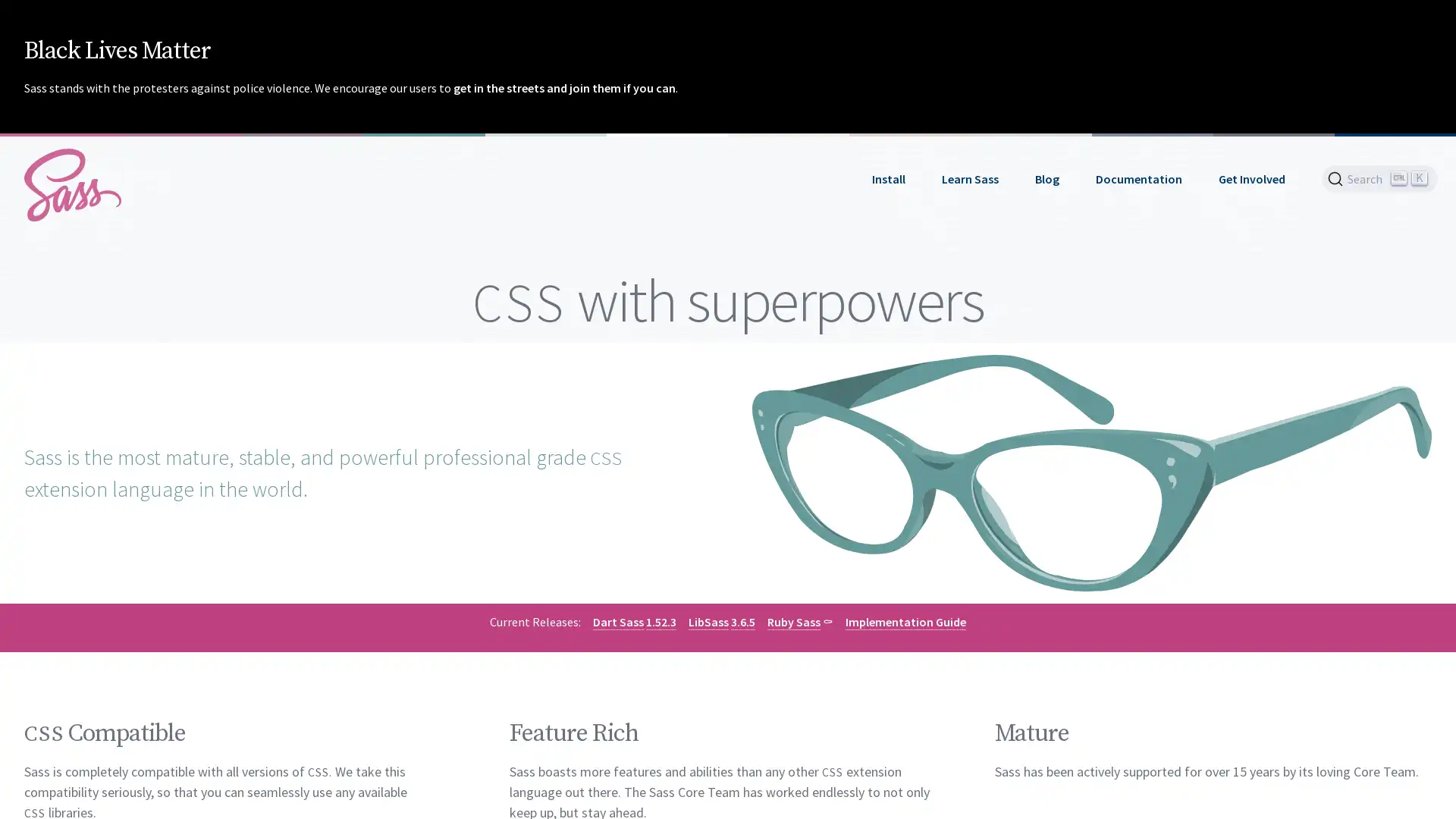 The width and height of the screenshot is (1456, 819). What do you see at coordinates (1379, 177) in the screenshot?
I see `Search` at bounding box center [1379, 177].